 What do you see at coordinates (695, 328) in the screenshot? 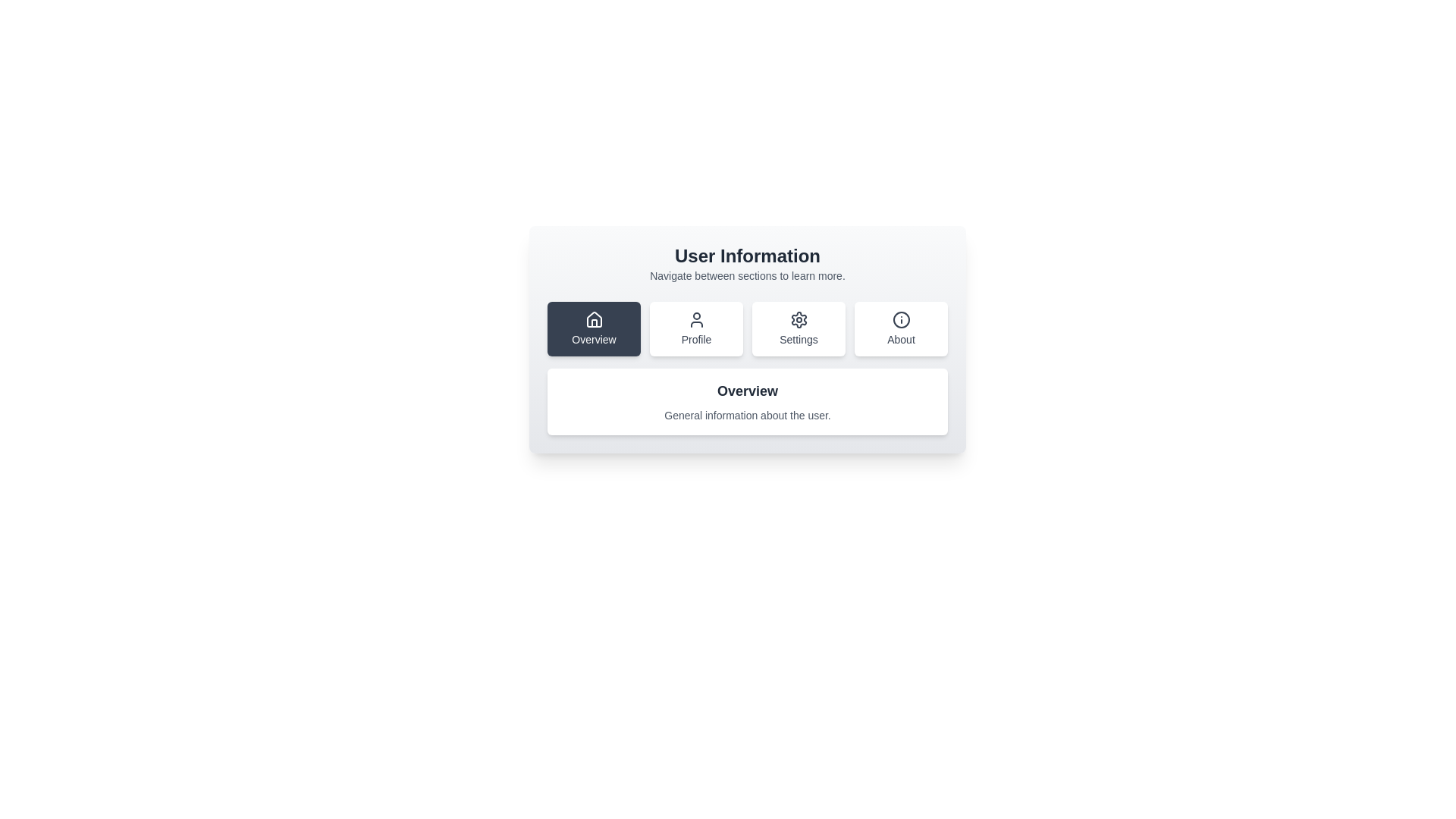
I see `the 'Profile' button, which is a rectangular UI element with a white background, rounded corners, and contains a human outline icon above the text 'Profile'` at bounding box center [695, 328].